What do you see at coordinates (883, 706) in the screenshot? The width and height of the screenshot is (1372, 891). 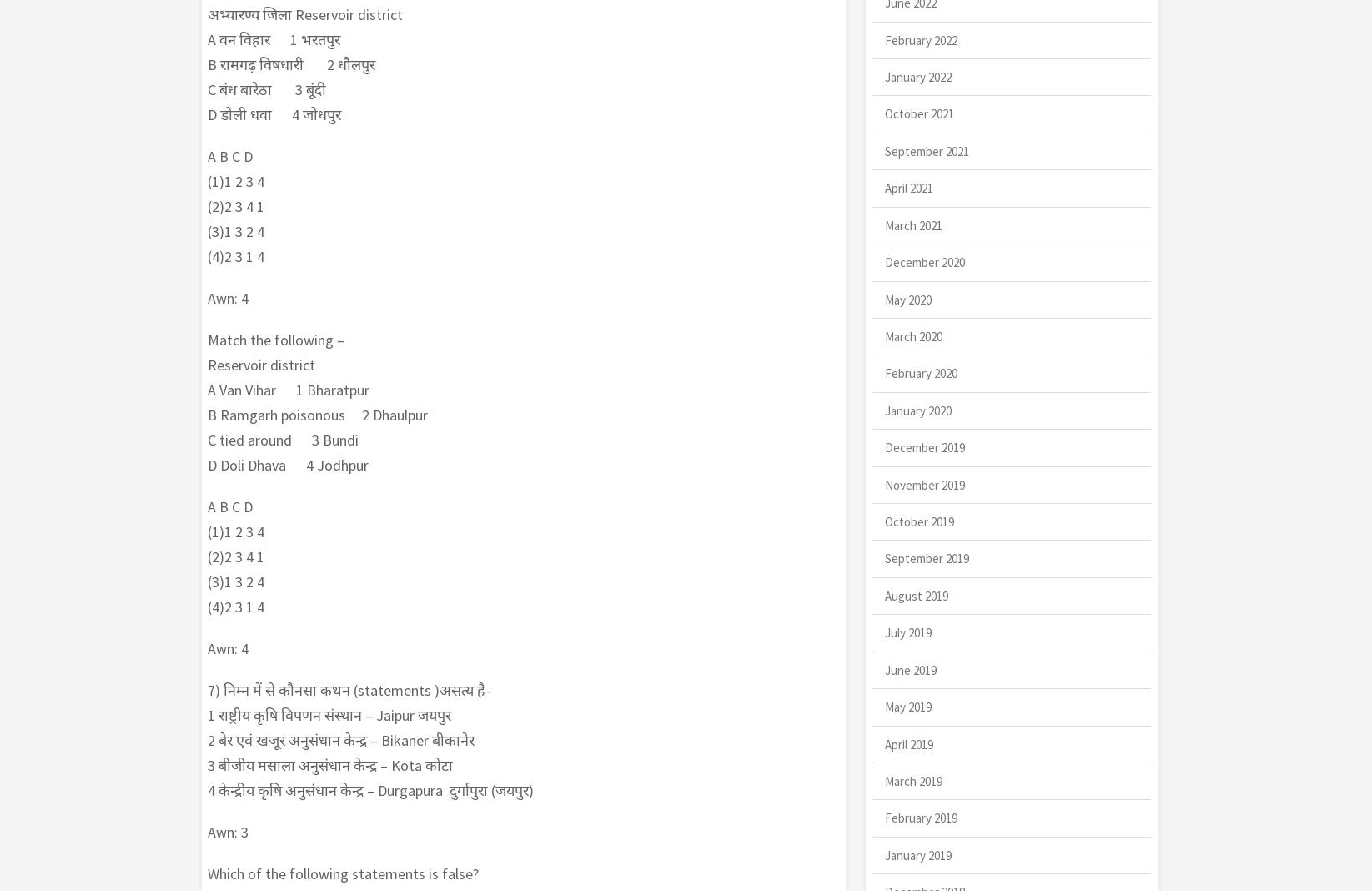 I see `'May 2019'` at bounding box center [883, 706].